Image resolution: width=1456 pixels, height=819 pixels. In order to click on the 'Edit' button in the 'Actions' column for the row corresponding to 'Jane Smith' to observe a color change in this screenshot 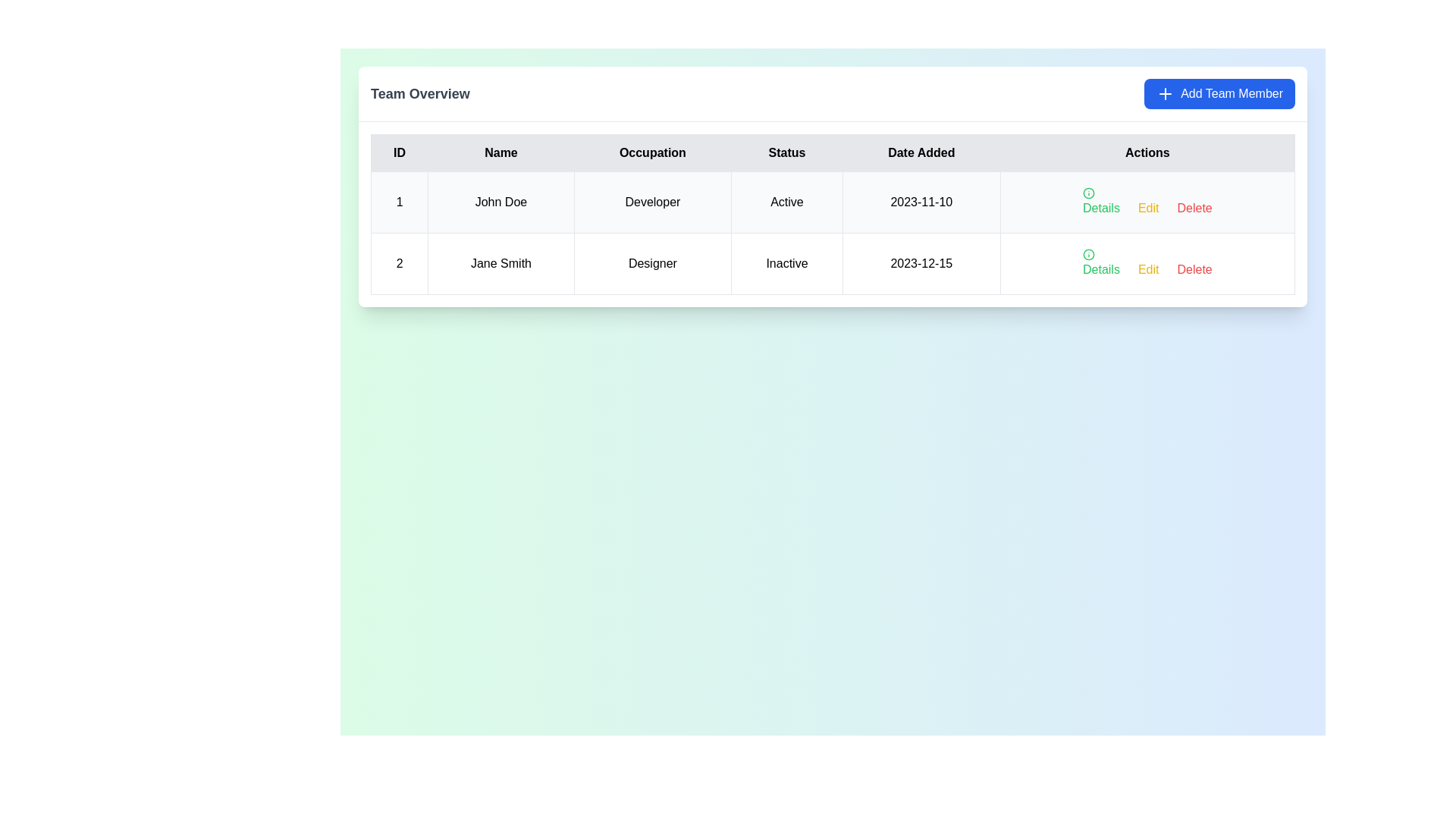, I will do `click(1148, 208)`.